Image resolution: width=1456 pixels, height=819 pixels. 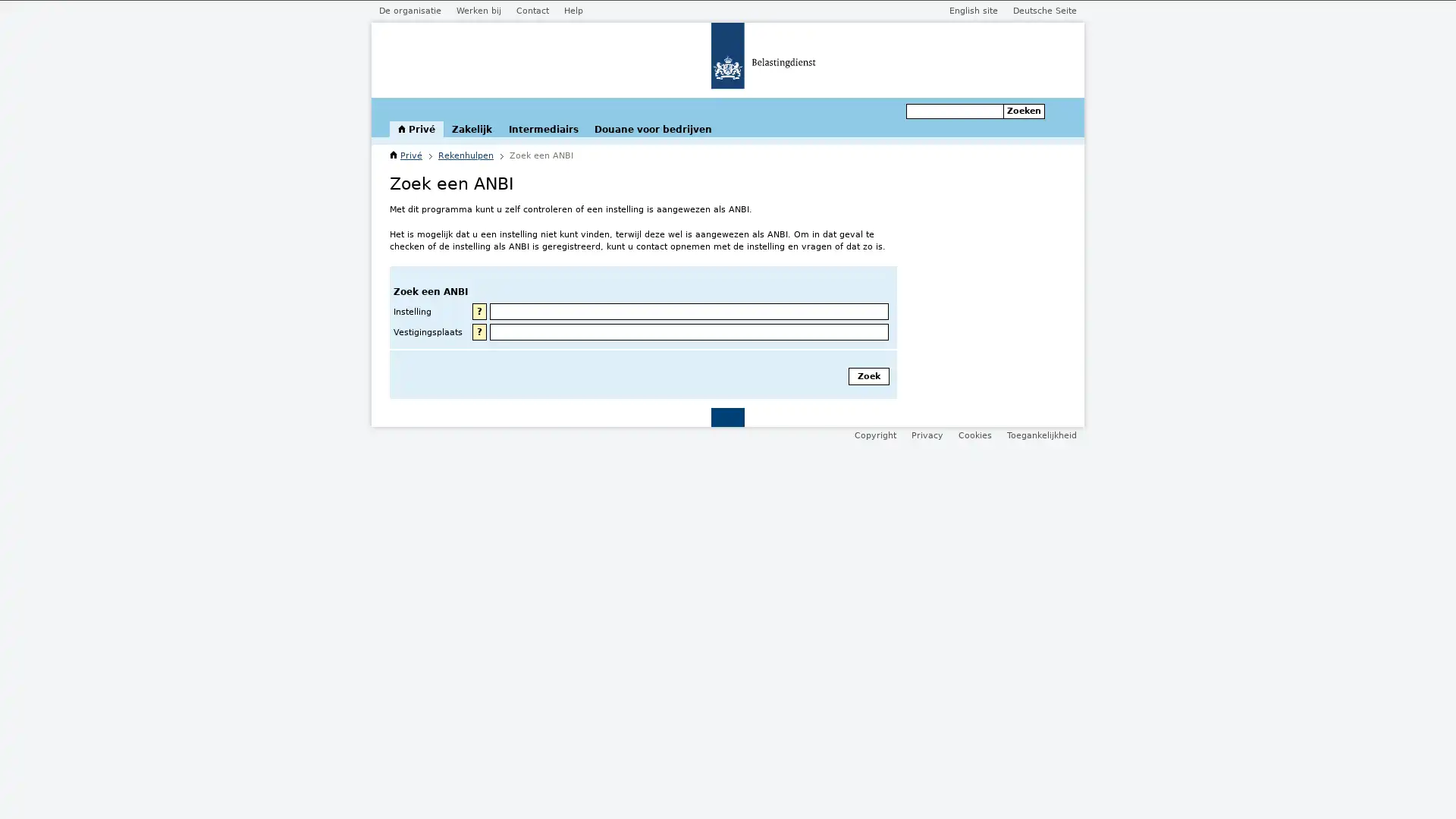 What do you see at coordinates (1024, 110) in the screenshot?
I see `Zoeken` at bounding box center [1024, 110].